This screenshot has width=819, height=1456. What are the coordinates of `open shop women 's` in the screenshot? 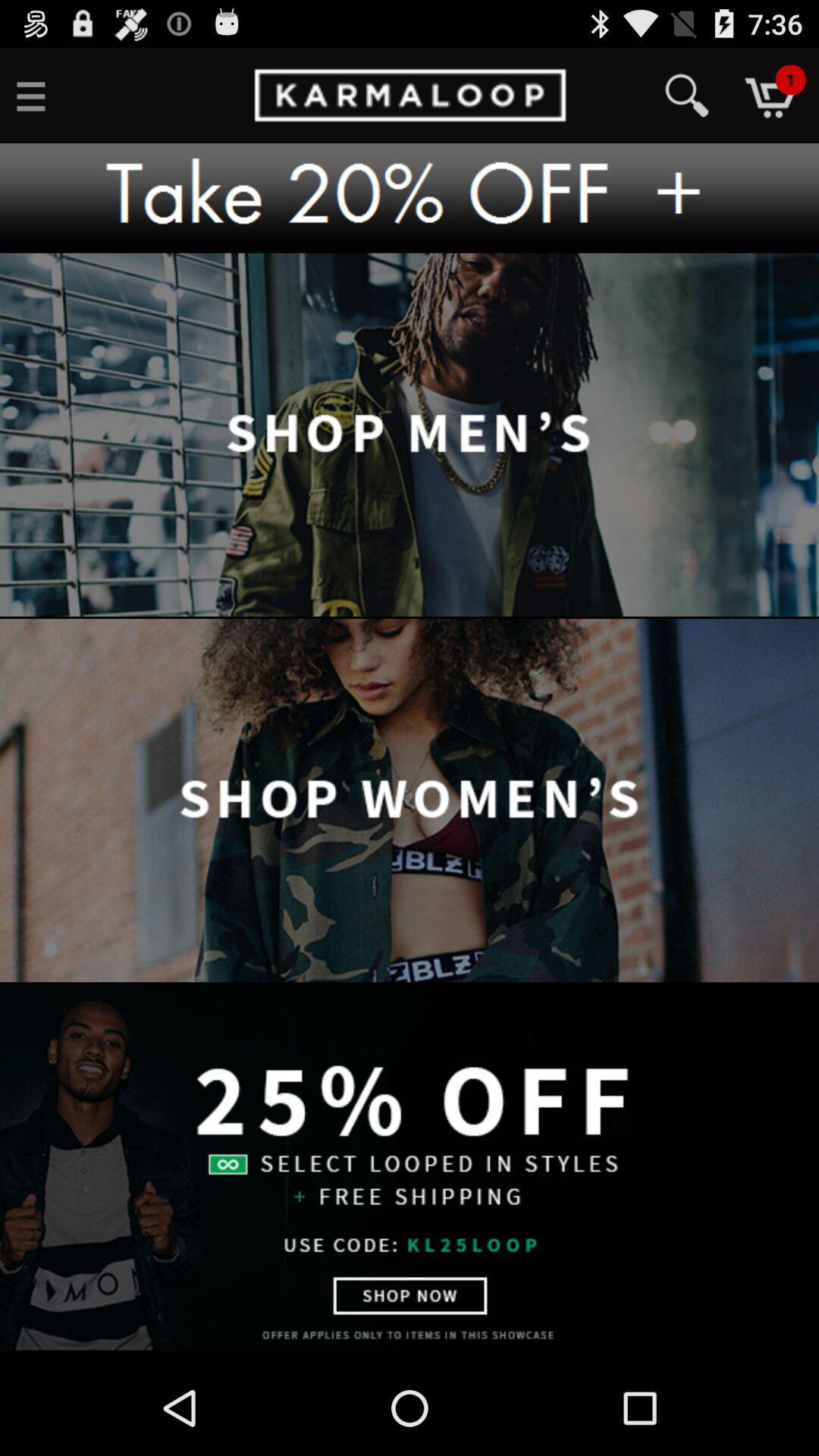 It's located at (409, 801).